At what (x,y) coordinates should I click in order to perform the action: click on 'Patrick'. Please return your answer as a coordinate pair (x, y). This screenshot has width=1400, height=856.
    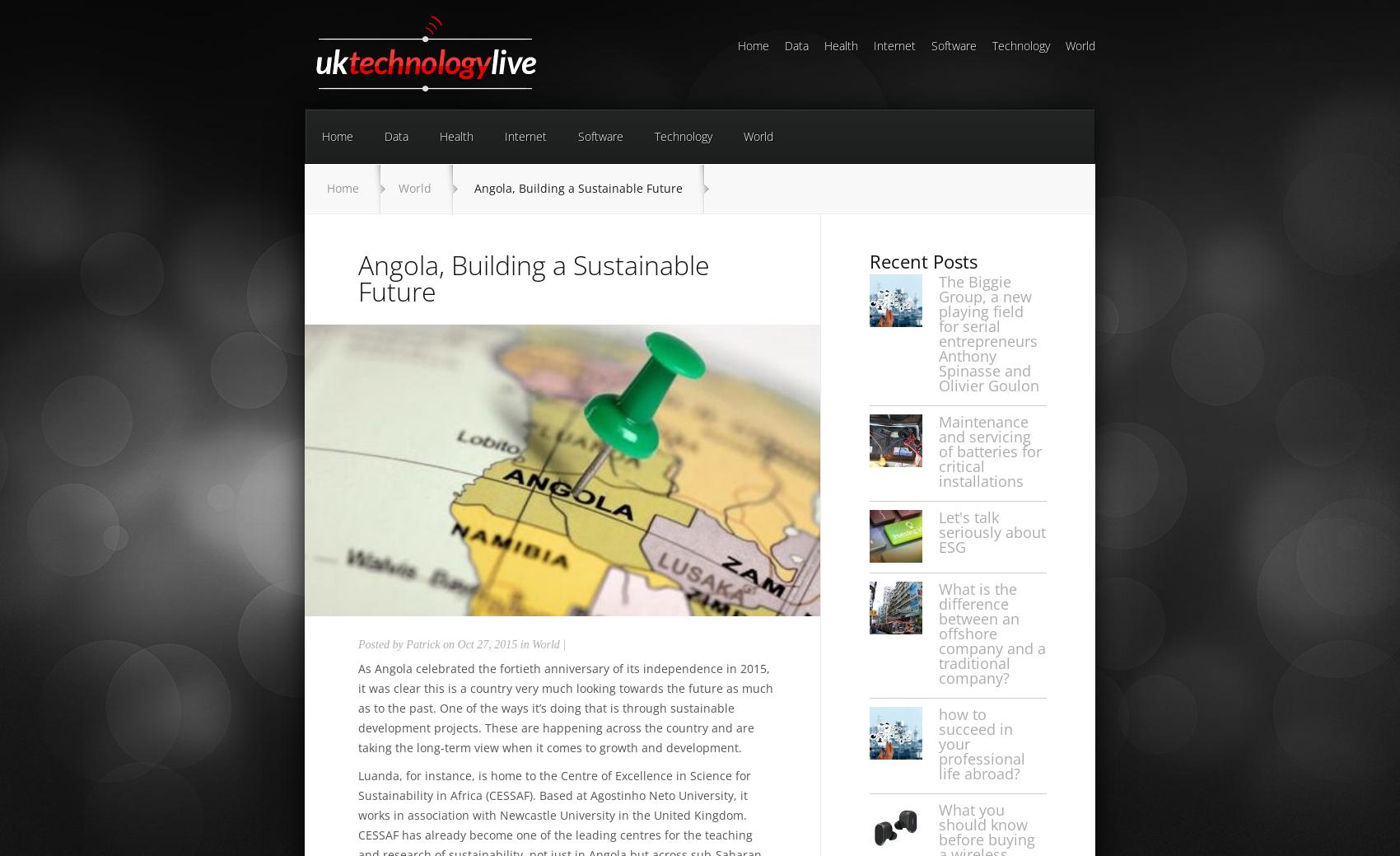
    Looking at the image, I should click on (422, 643).